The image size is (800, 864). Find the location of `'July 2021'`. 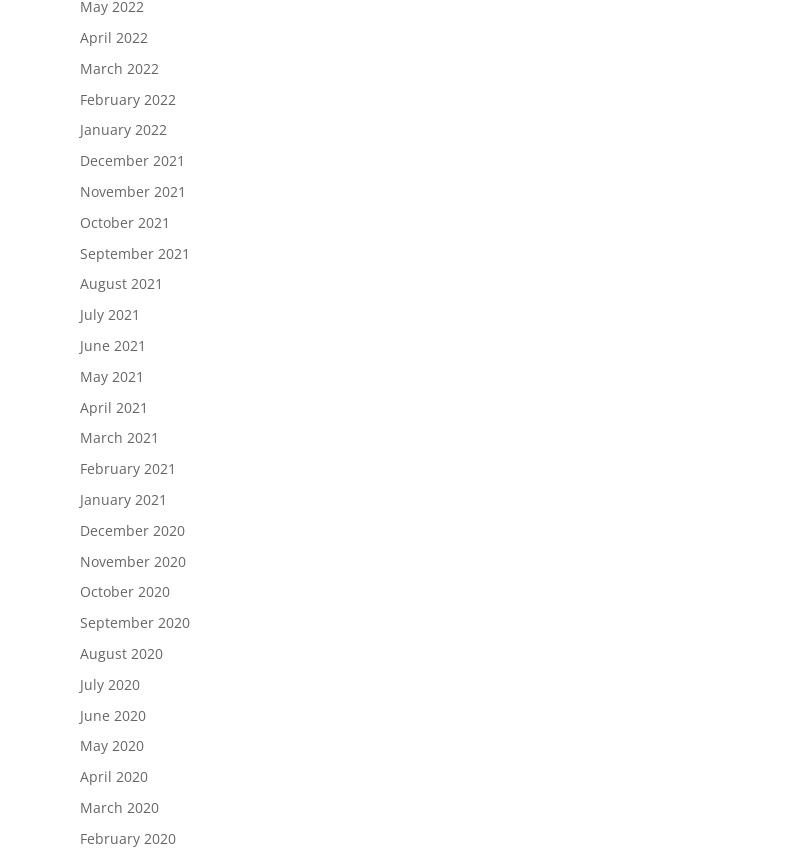

'July 2021' is located at coordinates (109, 314).